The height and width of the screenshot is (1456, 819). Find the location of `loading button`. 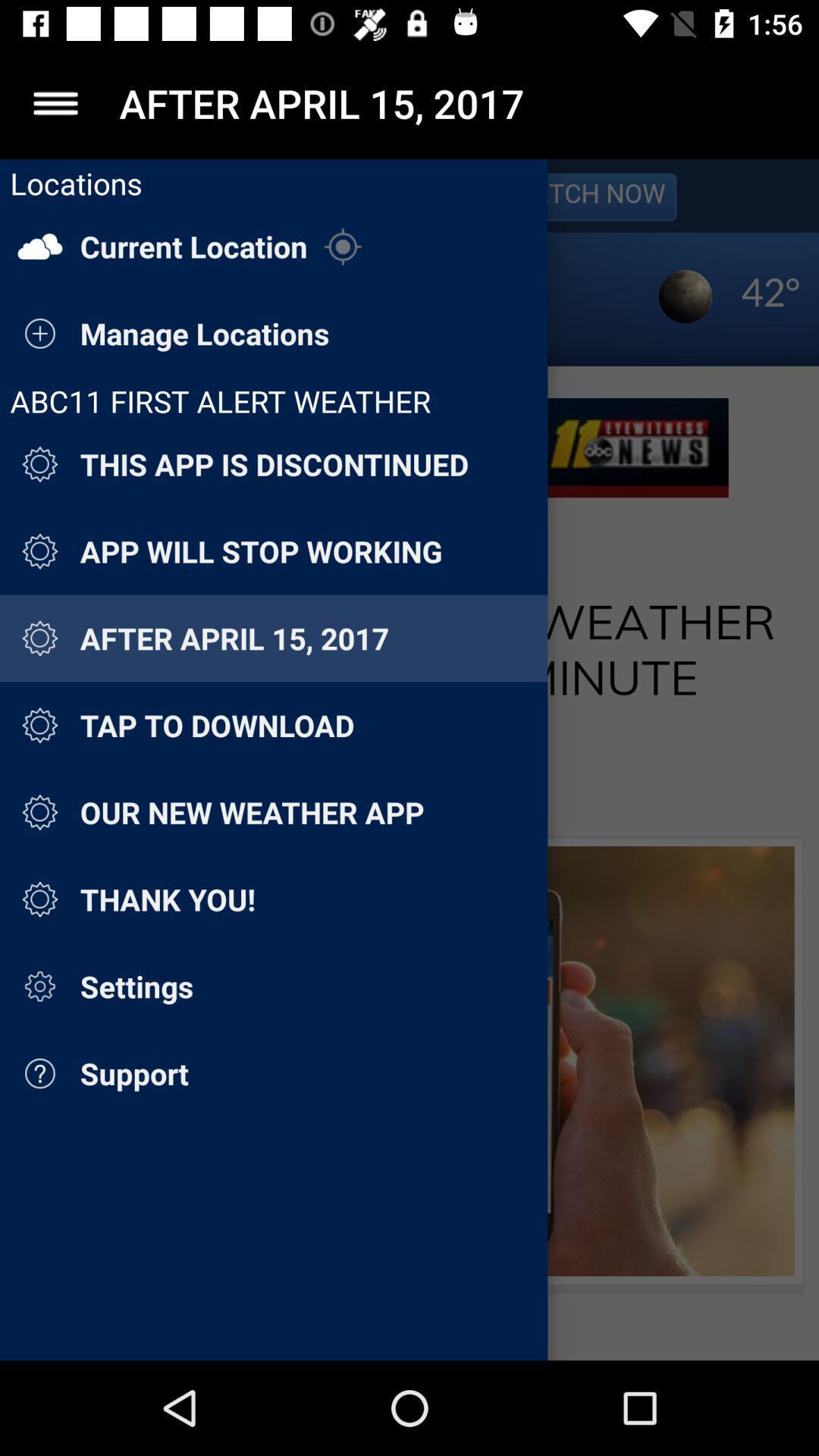

loading button is located at coordinates (409, 760).